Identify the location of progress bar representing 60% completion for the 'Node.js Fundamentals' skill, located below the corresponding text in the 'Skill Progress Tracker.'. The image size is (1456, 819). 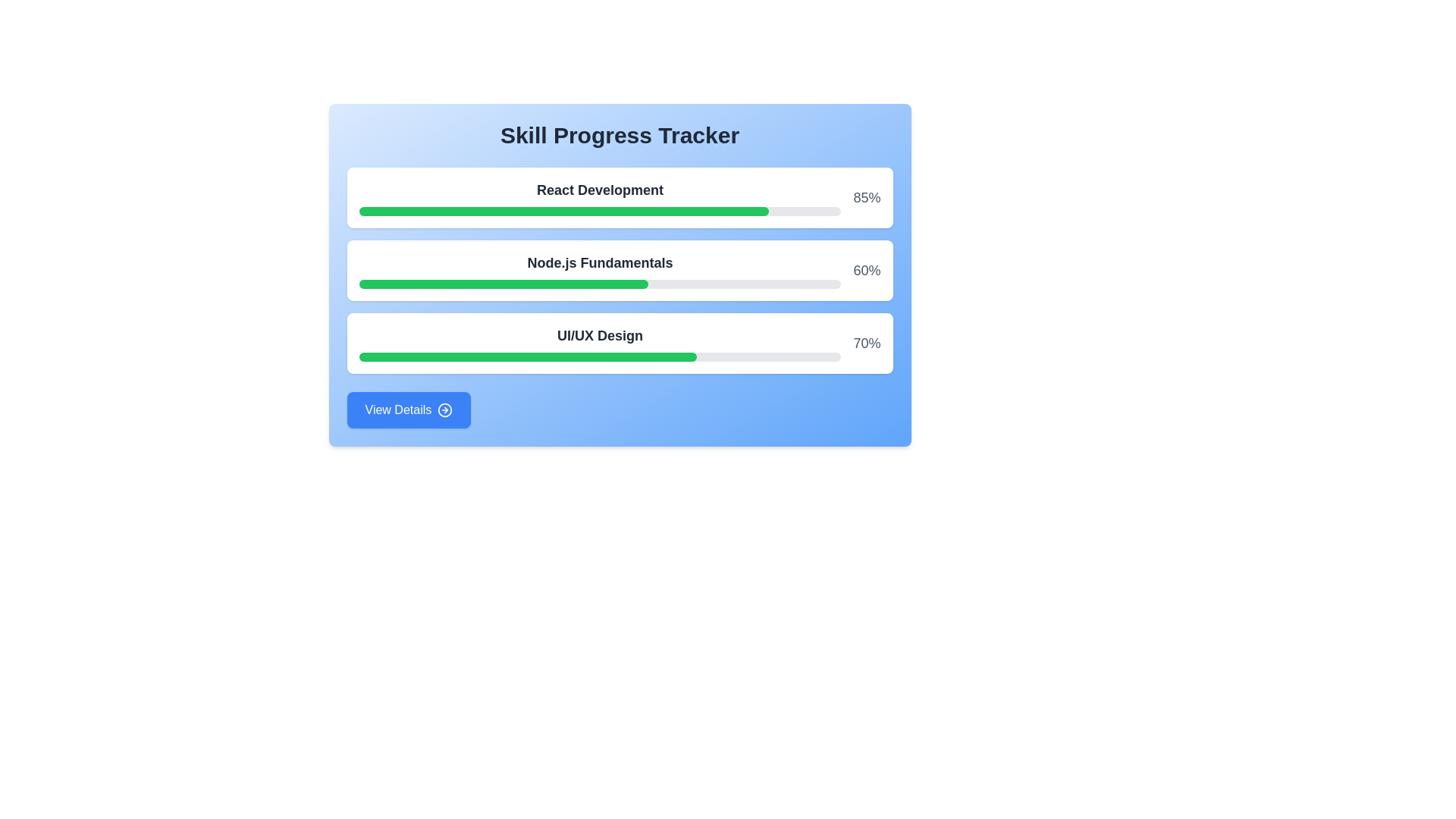
(599, 284).